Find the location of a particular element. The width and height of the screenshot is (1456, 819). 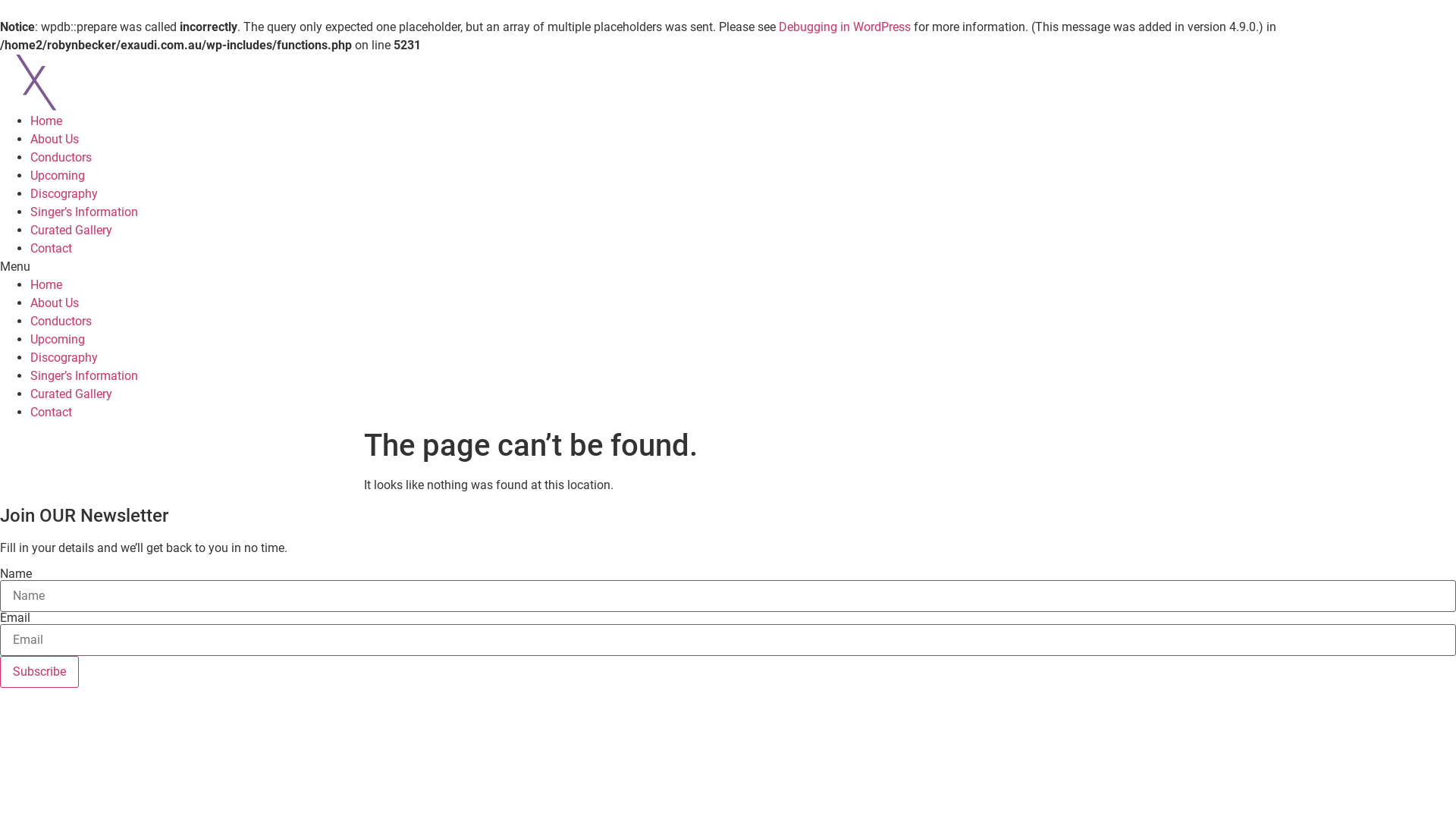

'Subscribe' is located at coordinates (39, 671).